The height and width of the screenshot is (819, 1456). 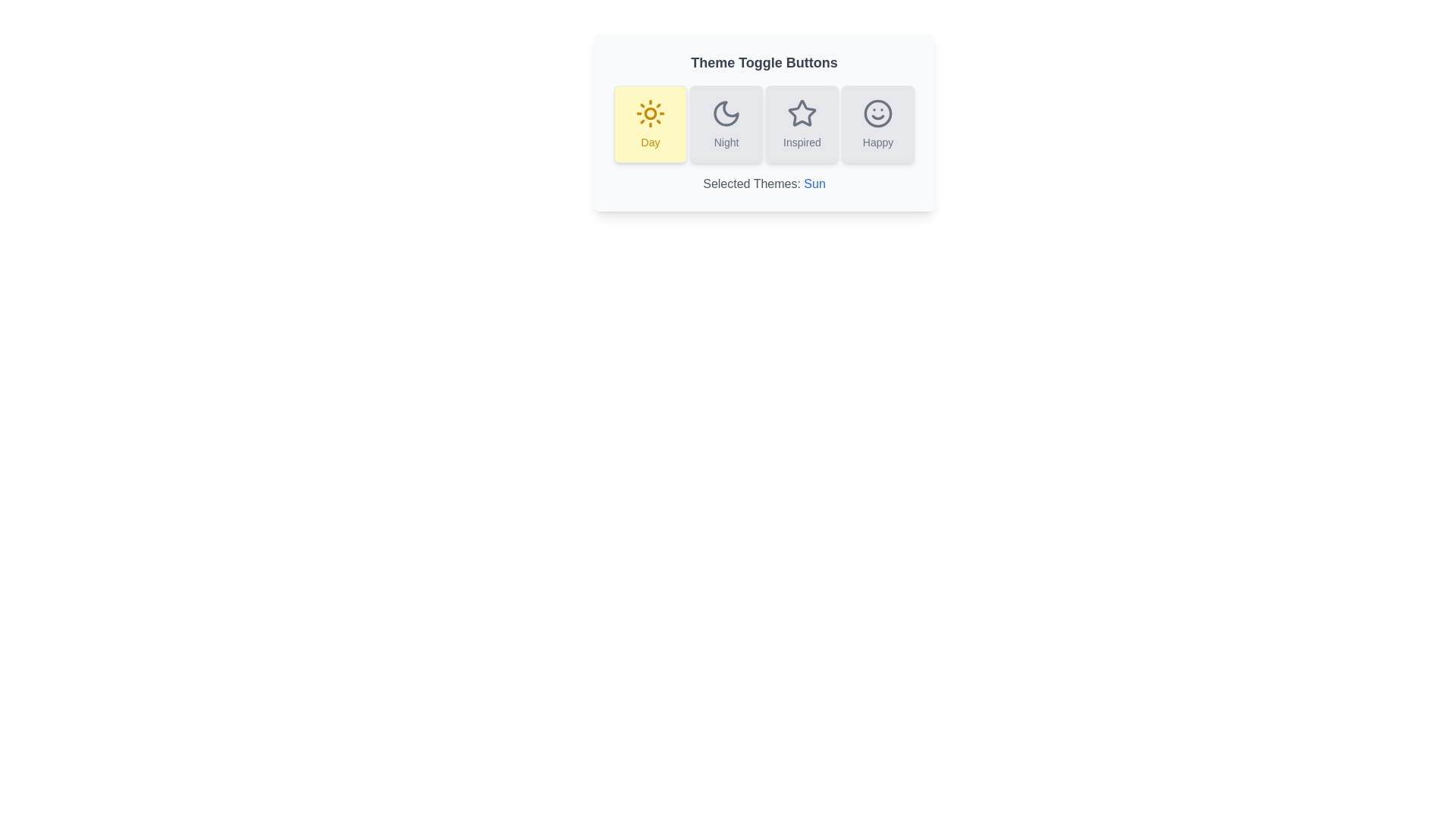 I want to click on the blue text label 'Sun' within the statement 'Selected Themes: Sun' located near the bottom section of the interface, so click(x=814, y=183).